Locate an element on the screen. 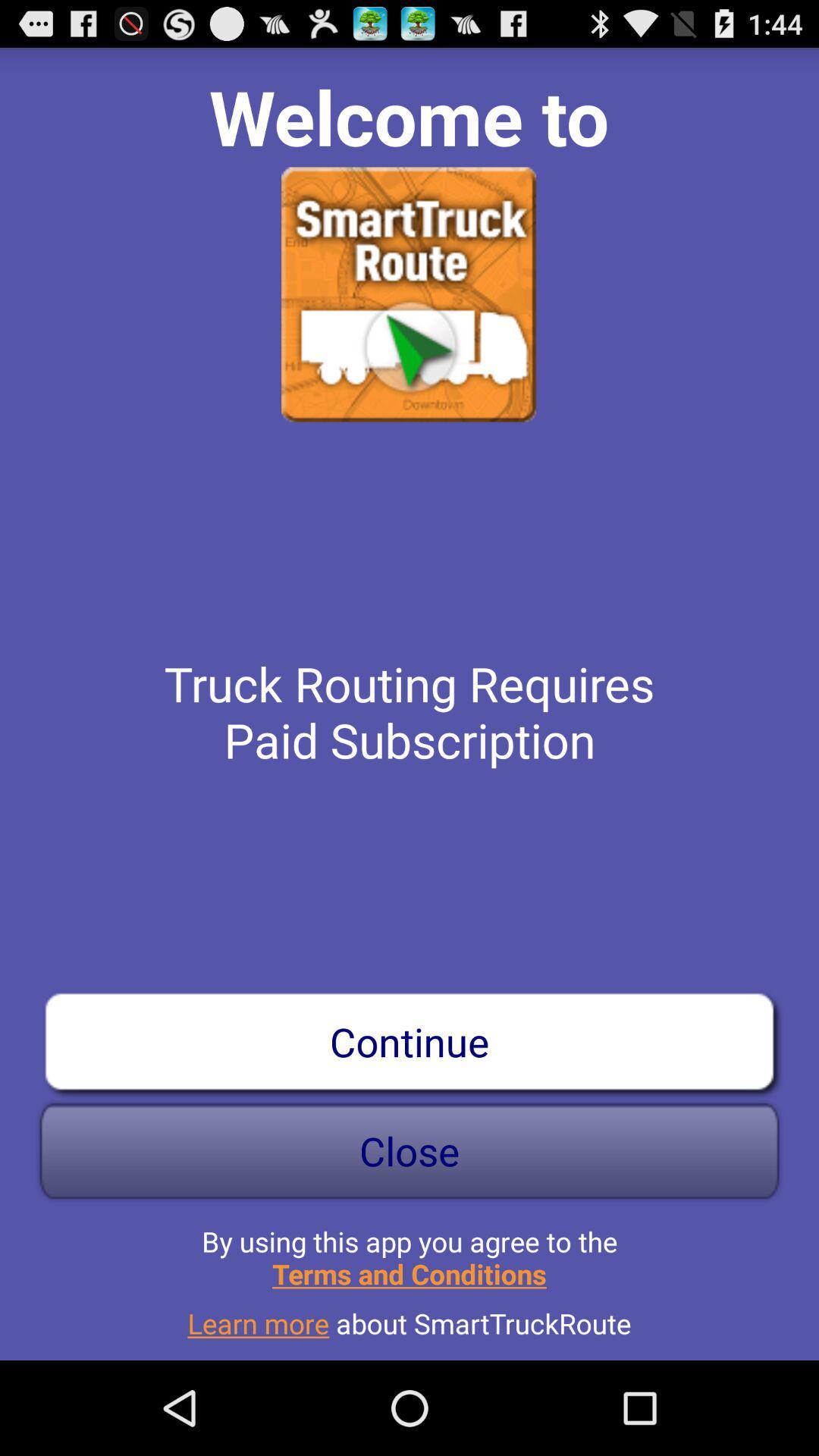  item above close icon is located at coordinates (409, 1040).